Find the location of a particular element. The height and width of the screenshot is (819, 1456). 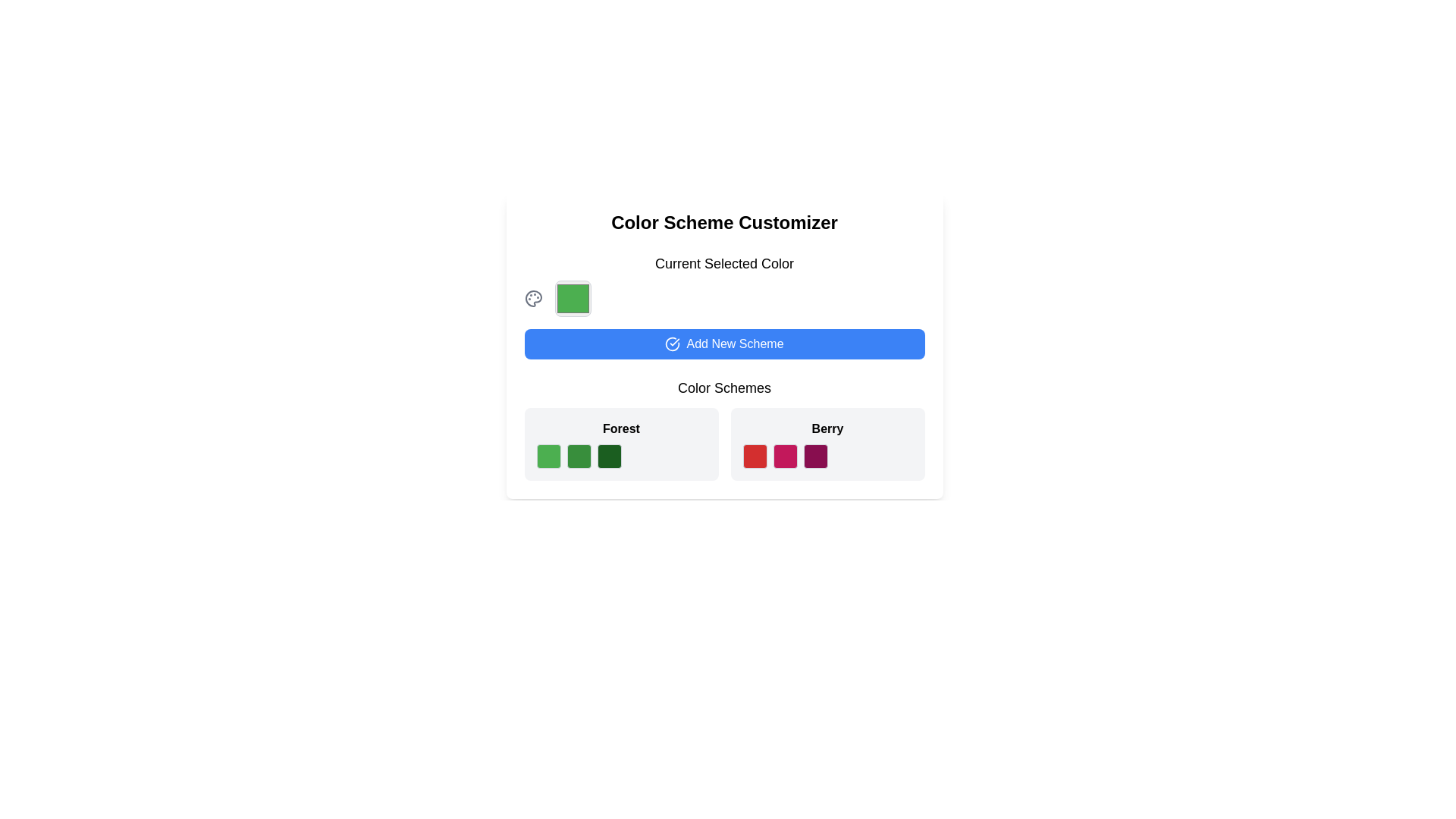

the 'Berry' color scheme option in the lower-right section of the interface is located at coordinates (827, 444).